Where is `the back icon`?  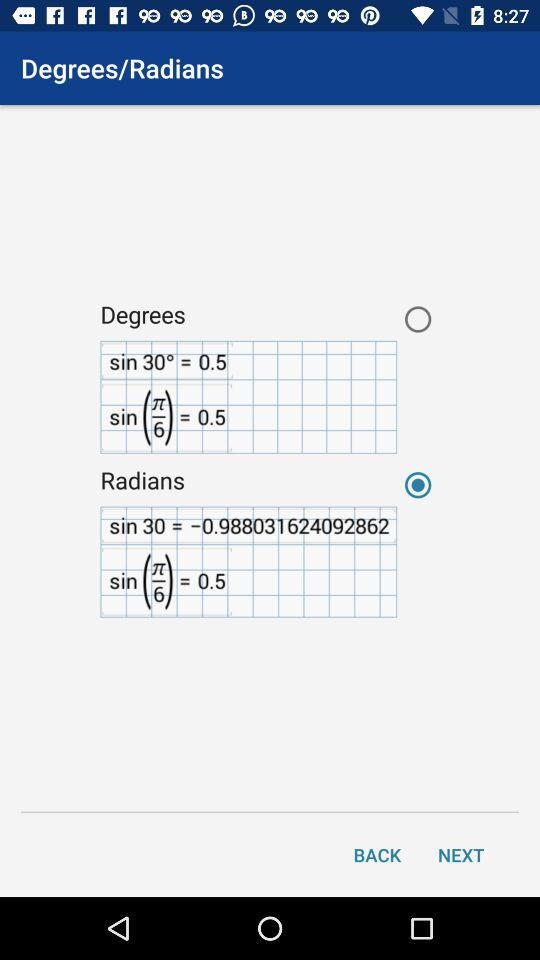
the back icon is located at coordinates (377, 853).